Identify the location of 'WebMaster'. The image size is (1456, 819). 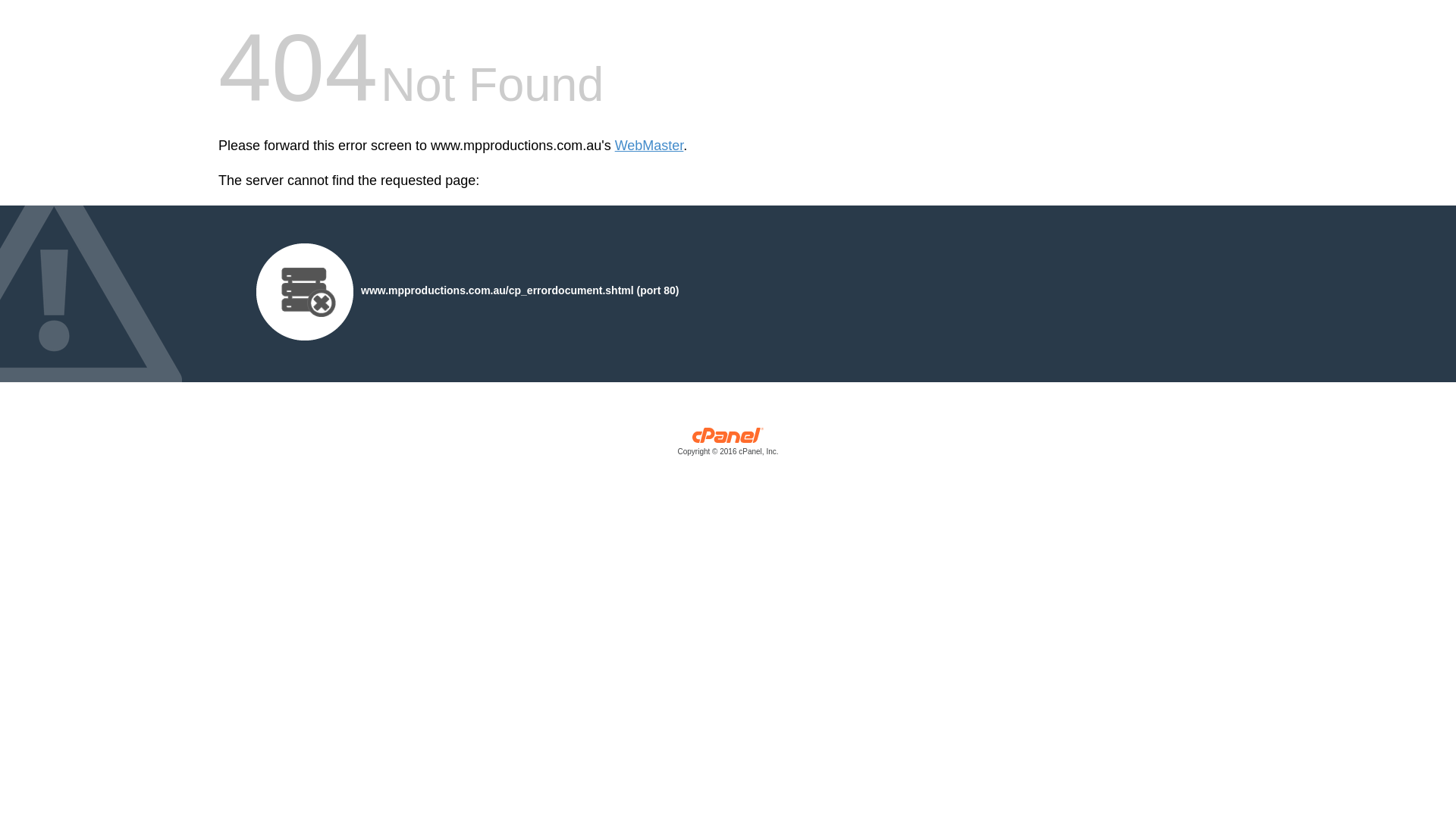
(649, 146).